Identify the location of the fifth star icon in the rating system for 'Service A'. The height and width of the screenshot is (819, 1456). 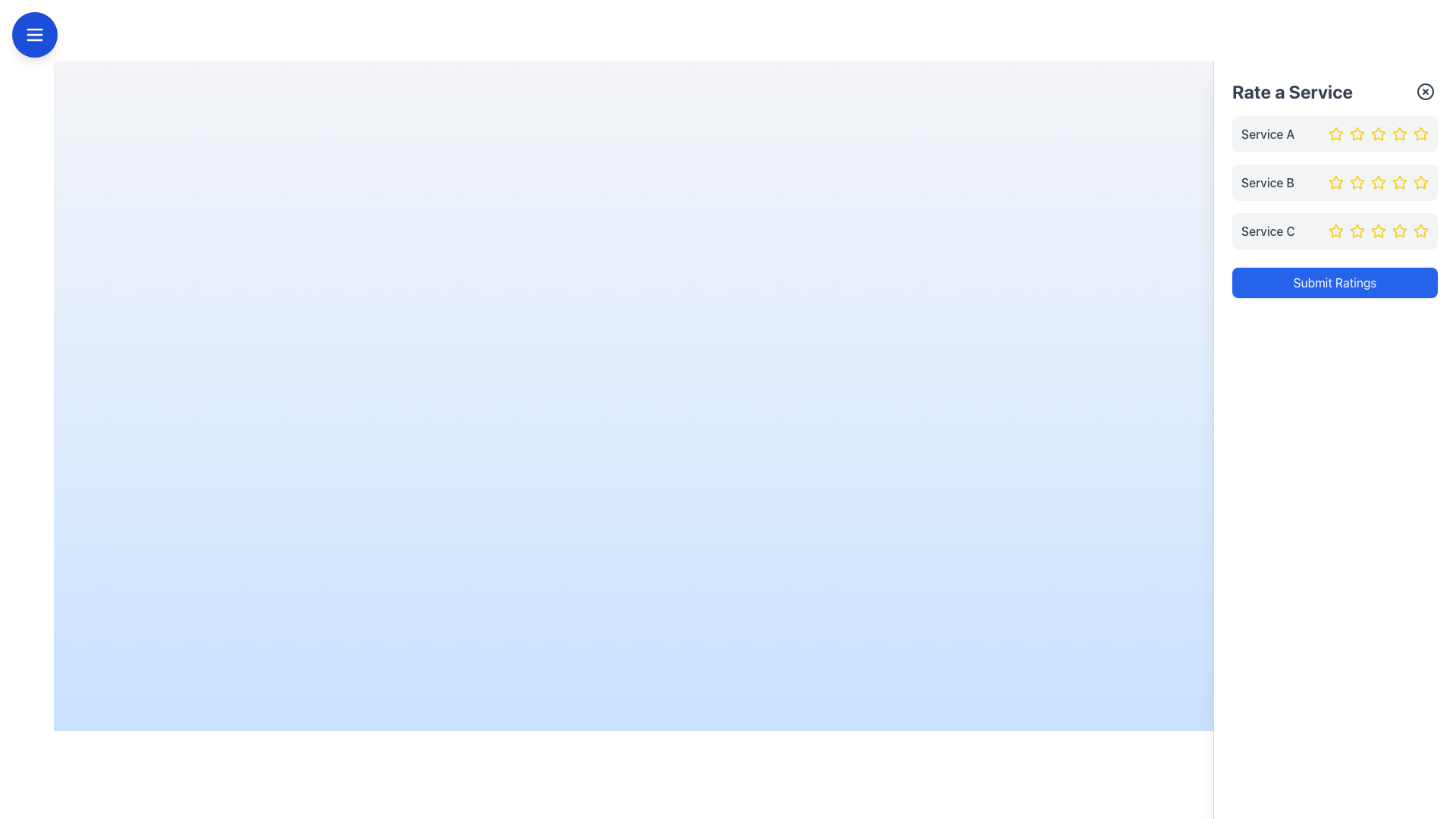
(1420, 133).